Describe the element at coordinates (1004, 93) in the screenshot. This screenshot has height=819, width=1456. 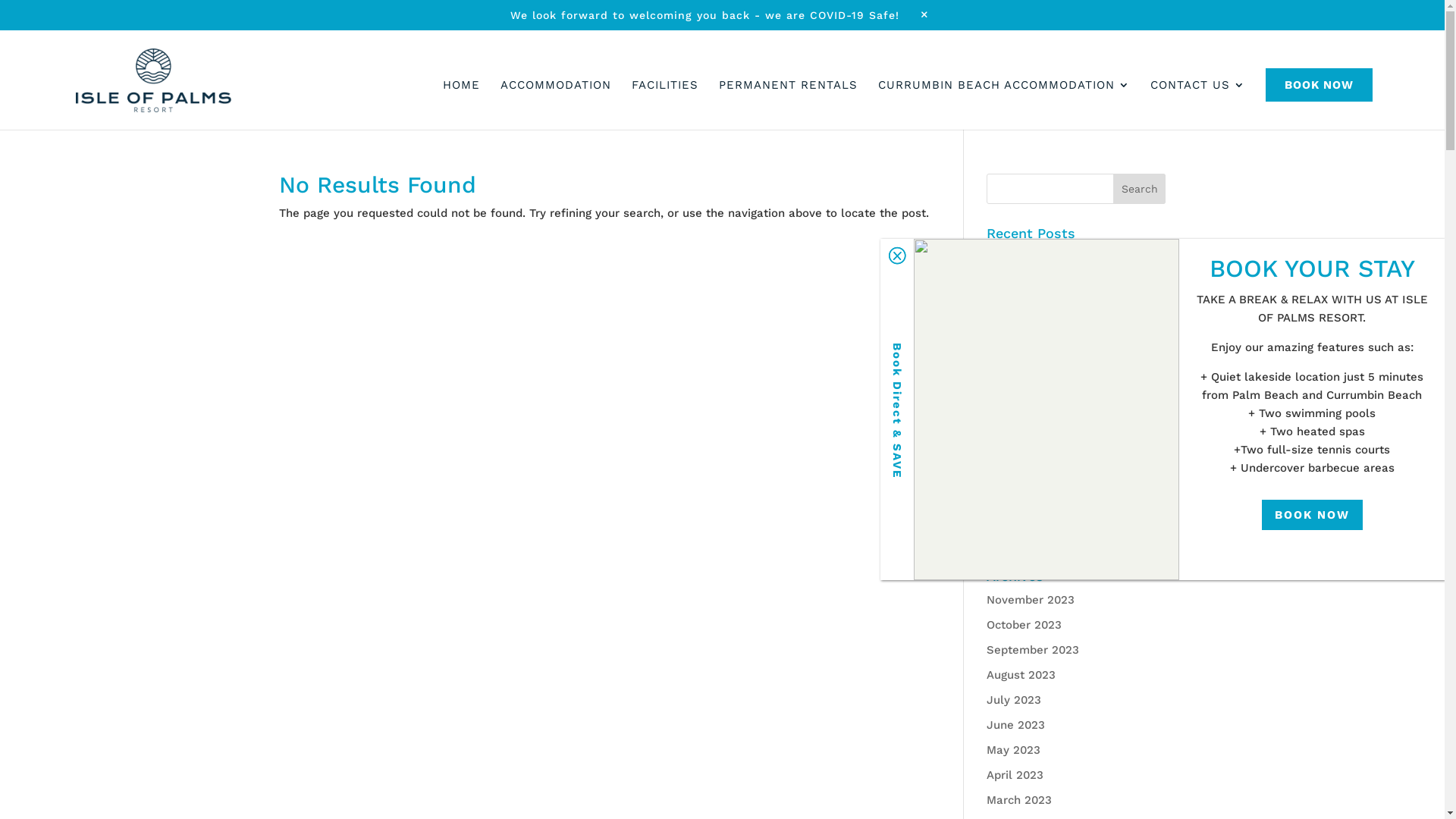
I see `'CURRUMBIN BEACH ACCOMMODATION'` at that location.